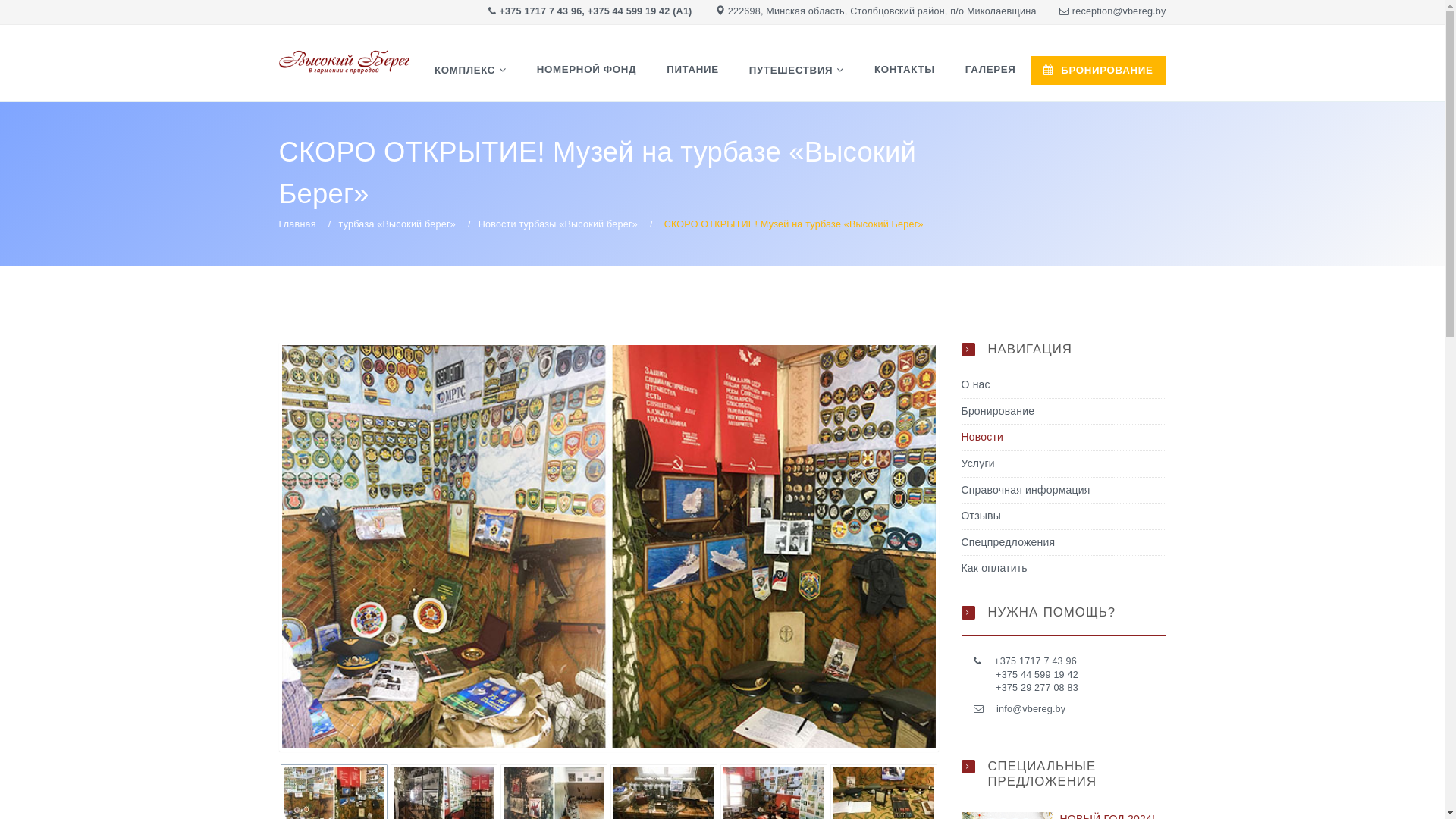  What do you see at coordinates (1036, 660) in the screenshot?
I see `'+375 1717 7 43 96 '` at bounding box center [1036, 660].